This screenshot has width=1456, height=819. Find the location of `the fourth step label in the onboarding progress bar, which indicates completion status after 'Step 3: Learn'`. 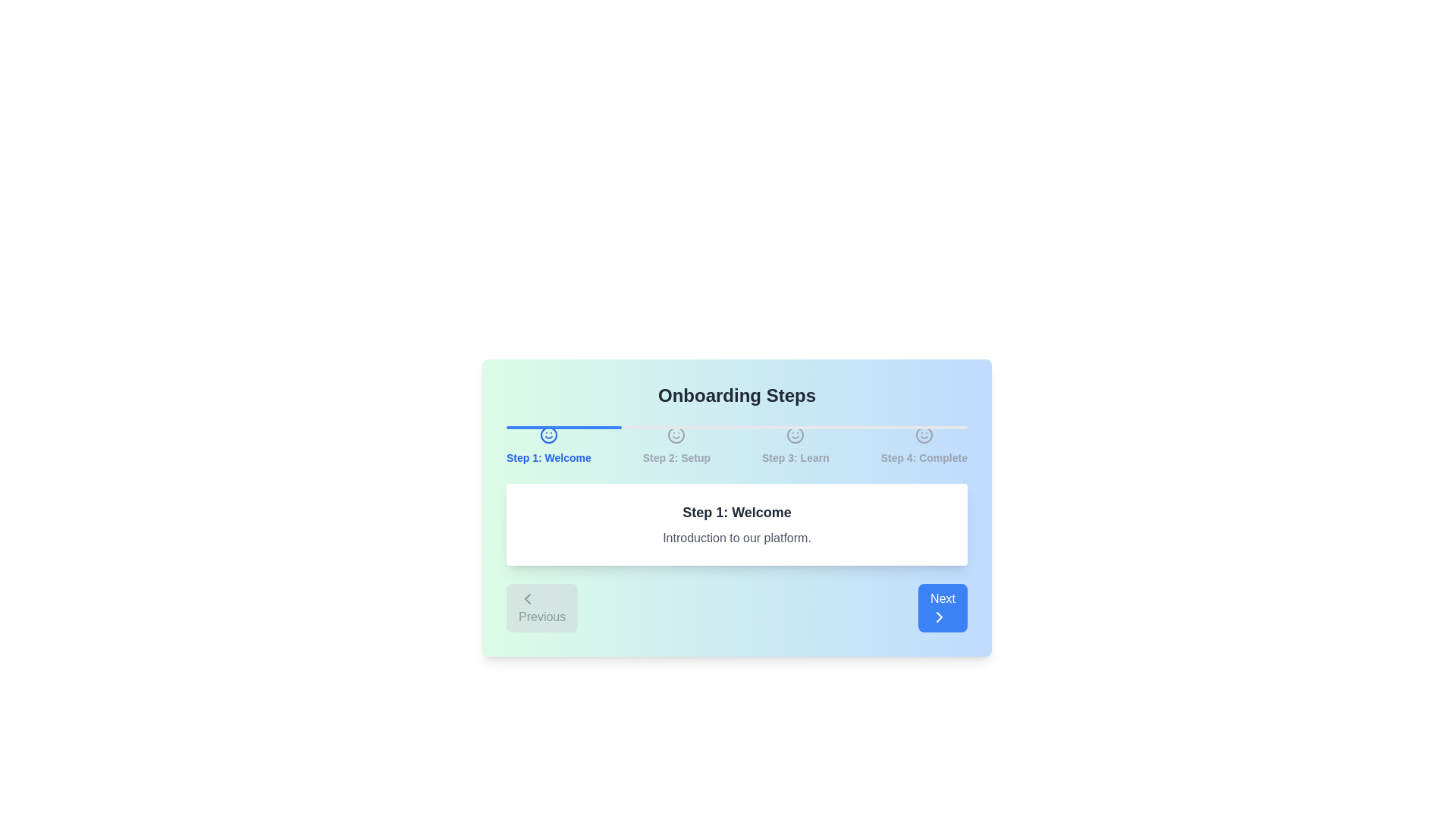

the fourth step label in the onboarding progress bar, which indicates completion status after 'Step 3: Learn' is located at coordinates (923, 457).